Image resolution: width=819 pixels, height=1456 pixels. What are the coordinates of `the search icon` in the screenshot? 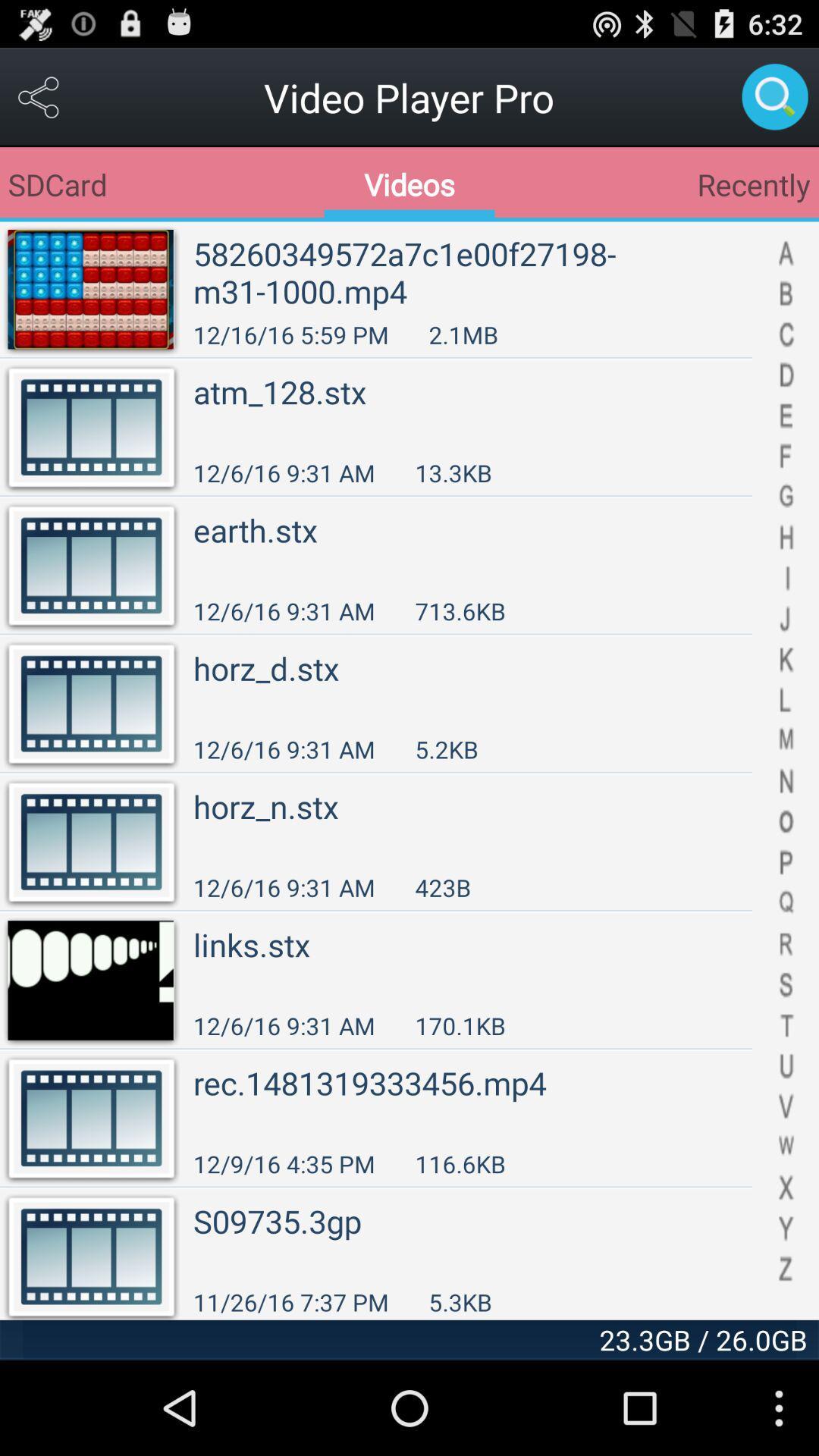 It's located at (774, 103).